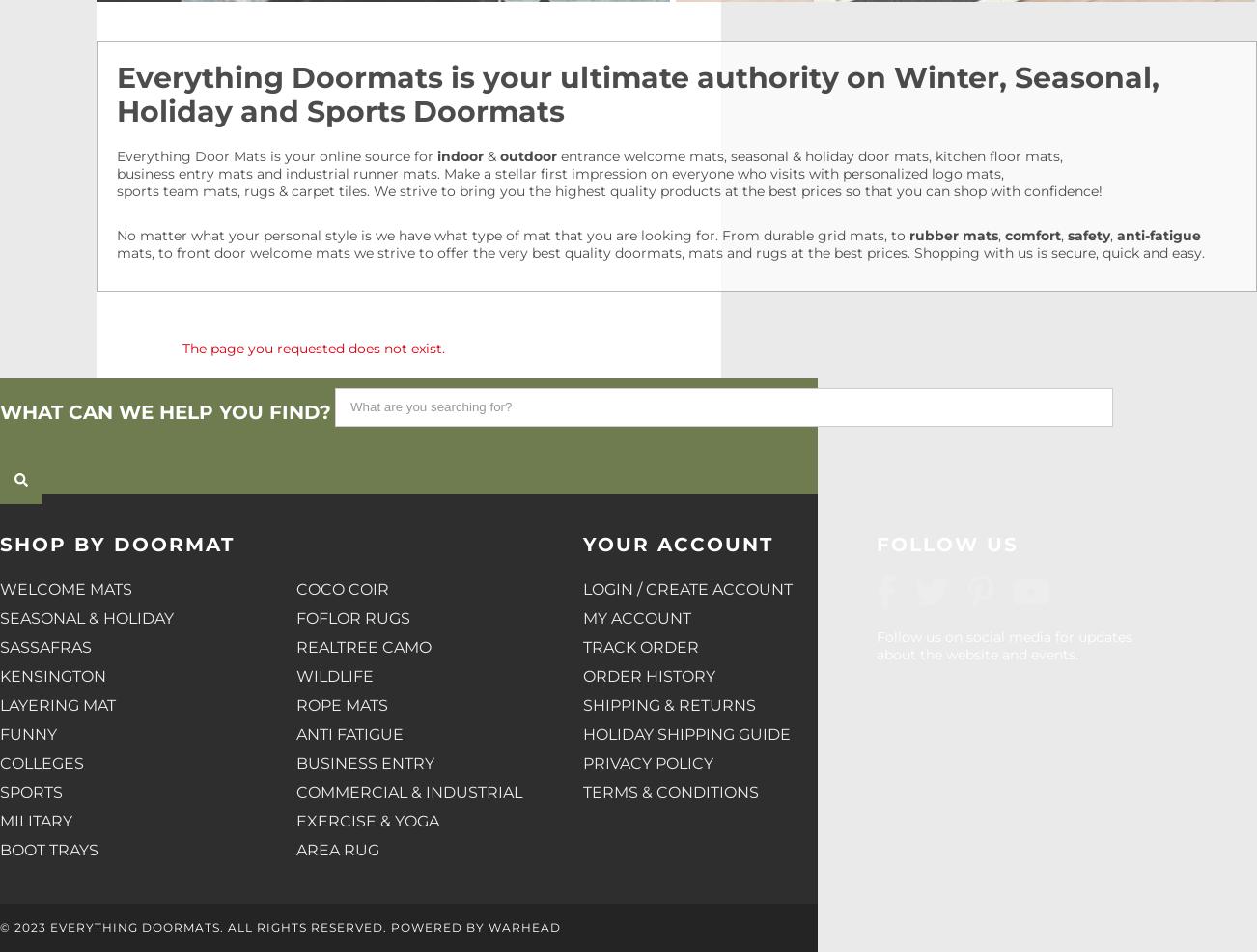 The image size is (1257, 952). I want to click on 'sports team mats, rugs & carpet tiles', so click(241, 189).